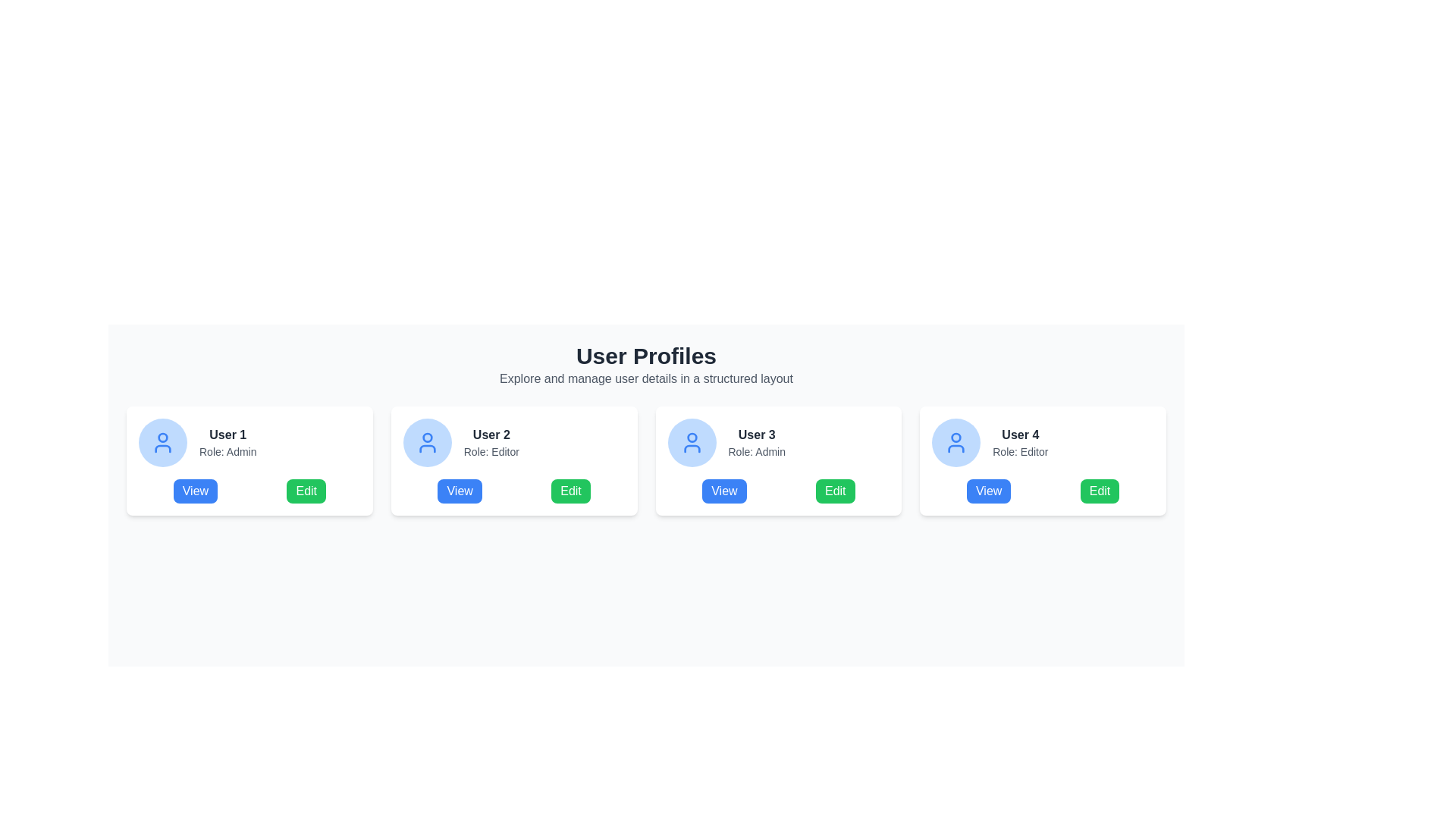 The image size is (1456, 819). Describe the element at coordinates (459, 491) in the screenshot. I see `the blue button labeled 'View' with rounded corners, located in the second user profile card, to trigger the hover effect` at that location.